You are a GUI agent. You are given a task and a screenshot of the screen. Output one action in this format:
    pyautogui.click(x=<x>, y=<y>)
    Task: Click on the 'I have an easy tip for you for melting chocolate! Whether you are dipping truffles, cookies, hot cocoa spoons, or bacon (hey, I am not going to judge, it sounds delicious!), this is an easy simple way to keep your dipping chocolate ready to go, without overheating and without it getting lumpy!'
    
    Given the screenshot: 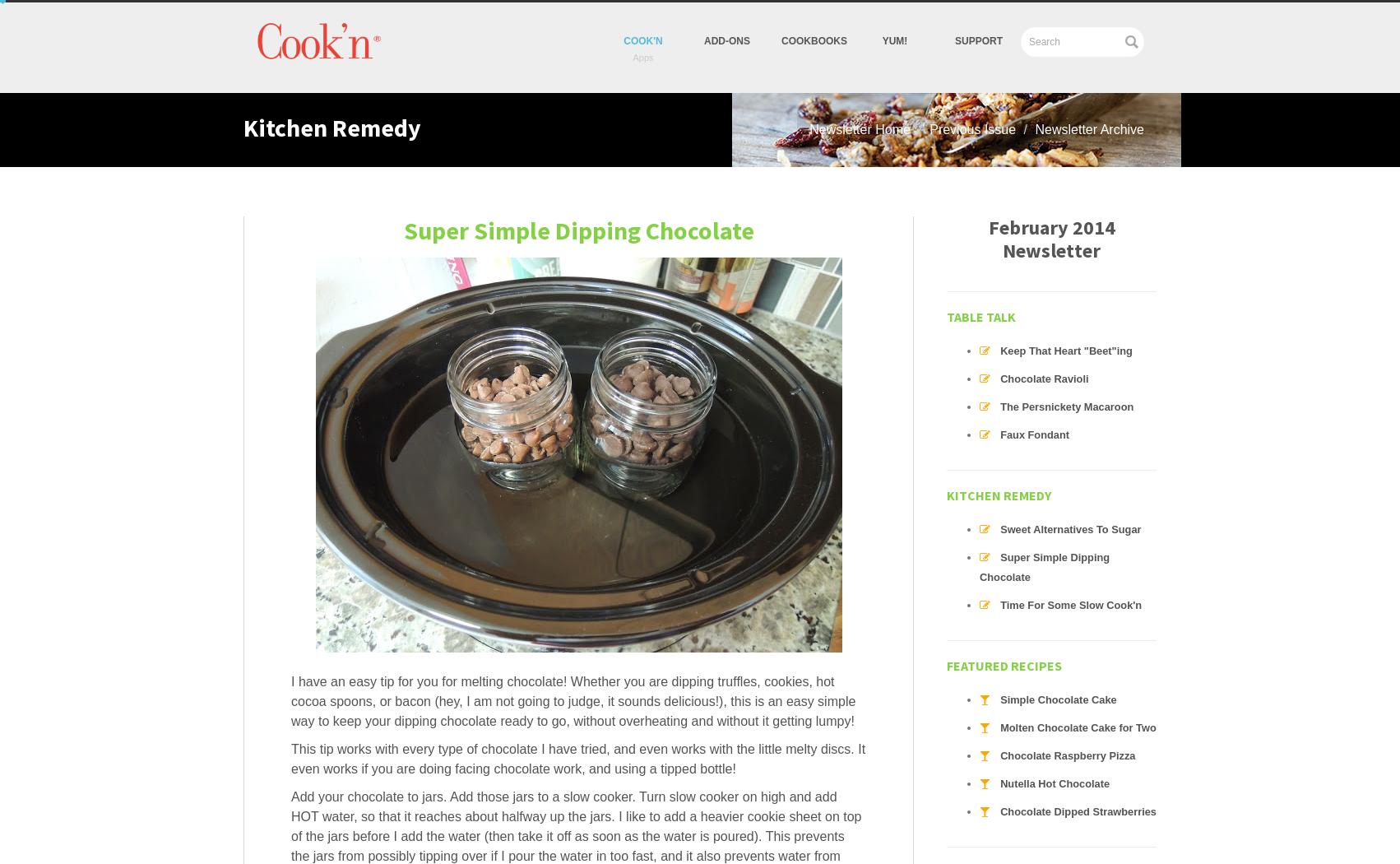 What is the action you would take?
    pyautogui.click(x=573, y=701)
    